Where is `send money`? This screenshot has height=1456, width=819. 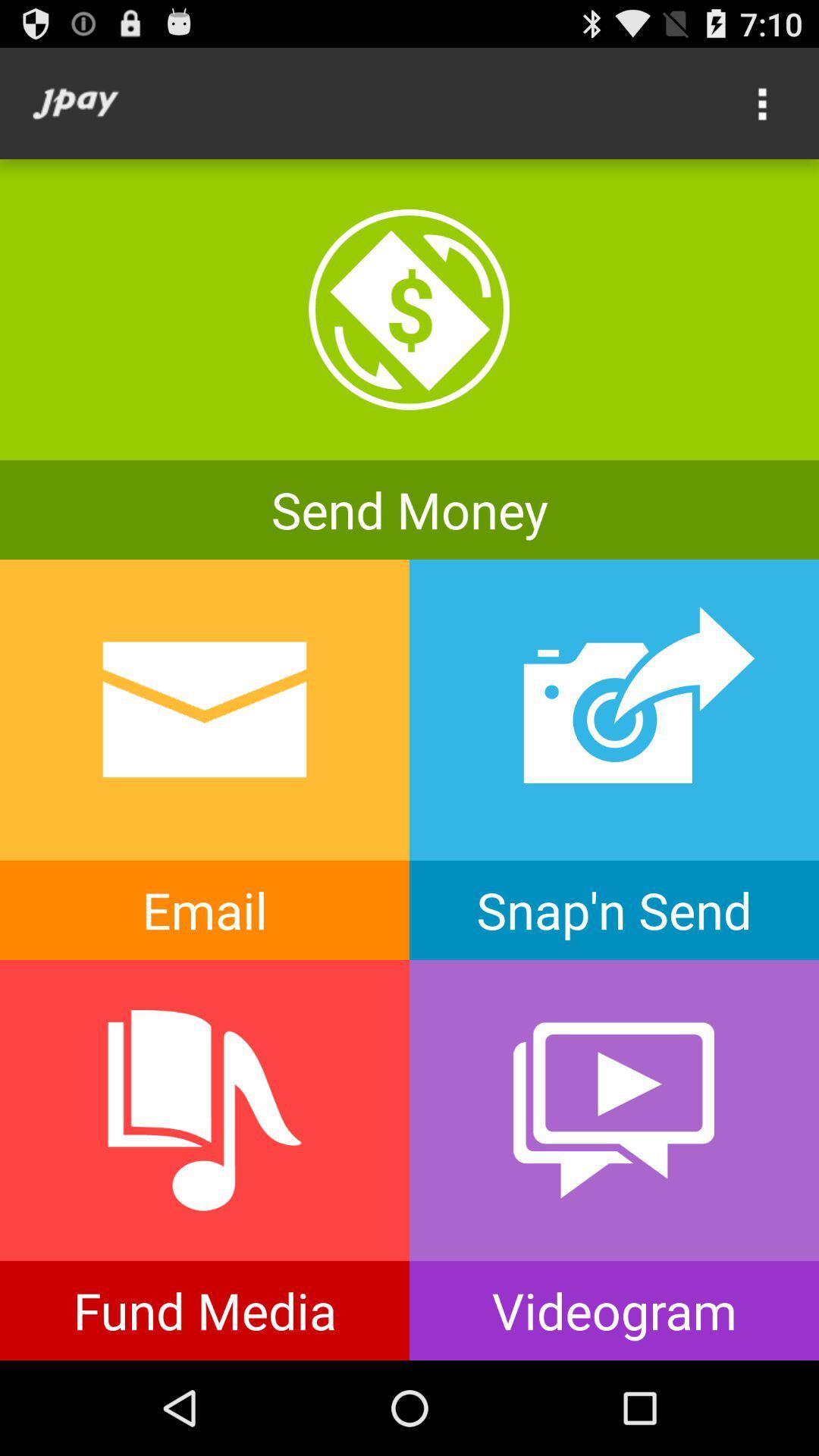
send money is located at coordinates (409, 359).